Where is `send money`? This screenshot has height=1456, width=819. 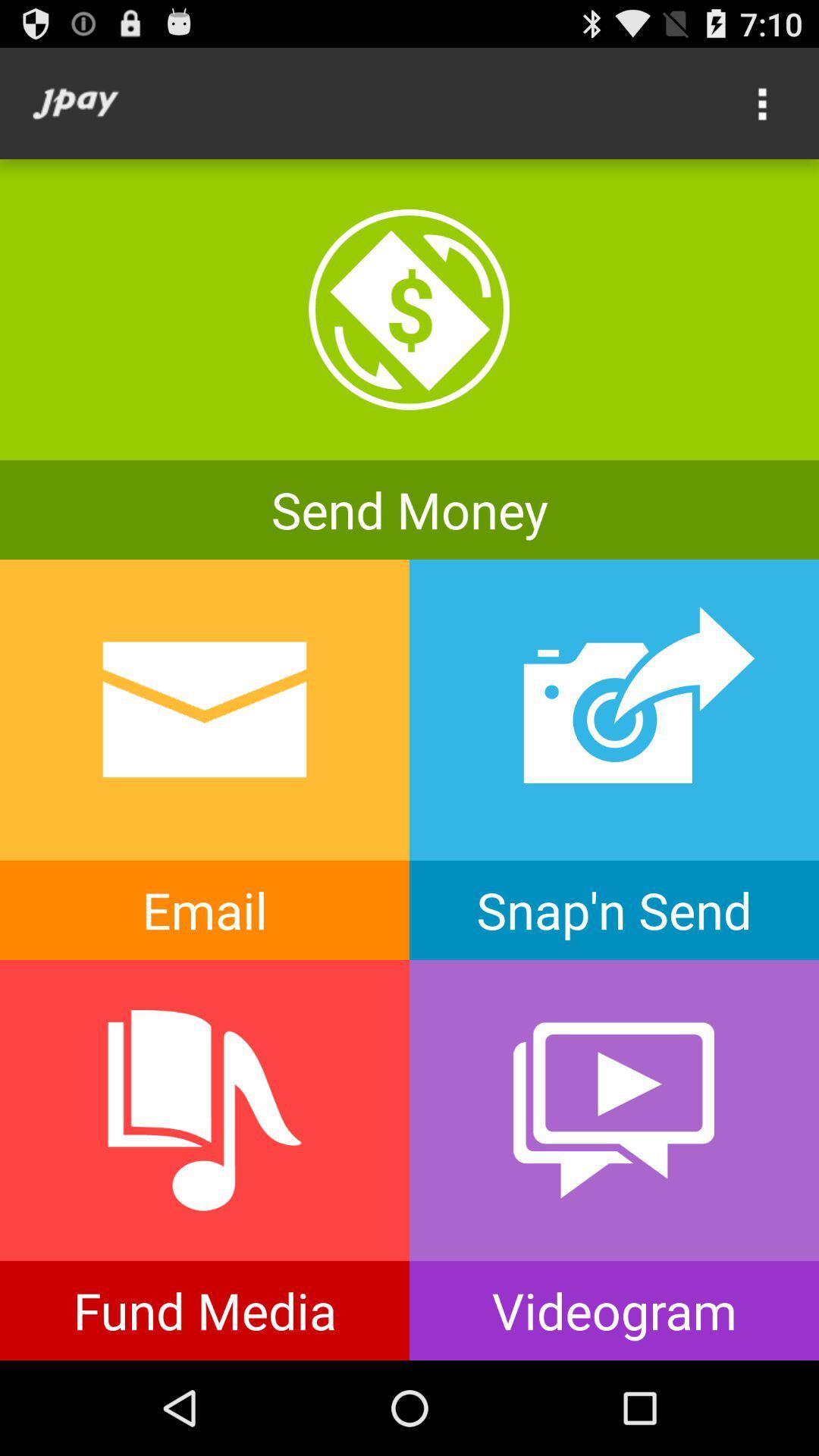
send money is located at coordinates (409, 359).